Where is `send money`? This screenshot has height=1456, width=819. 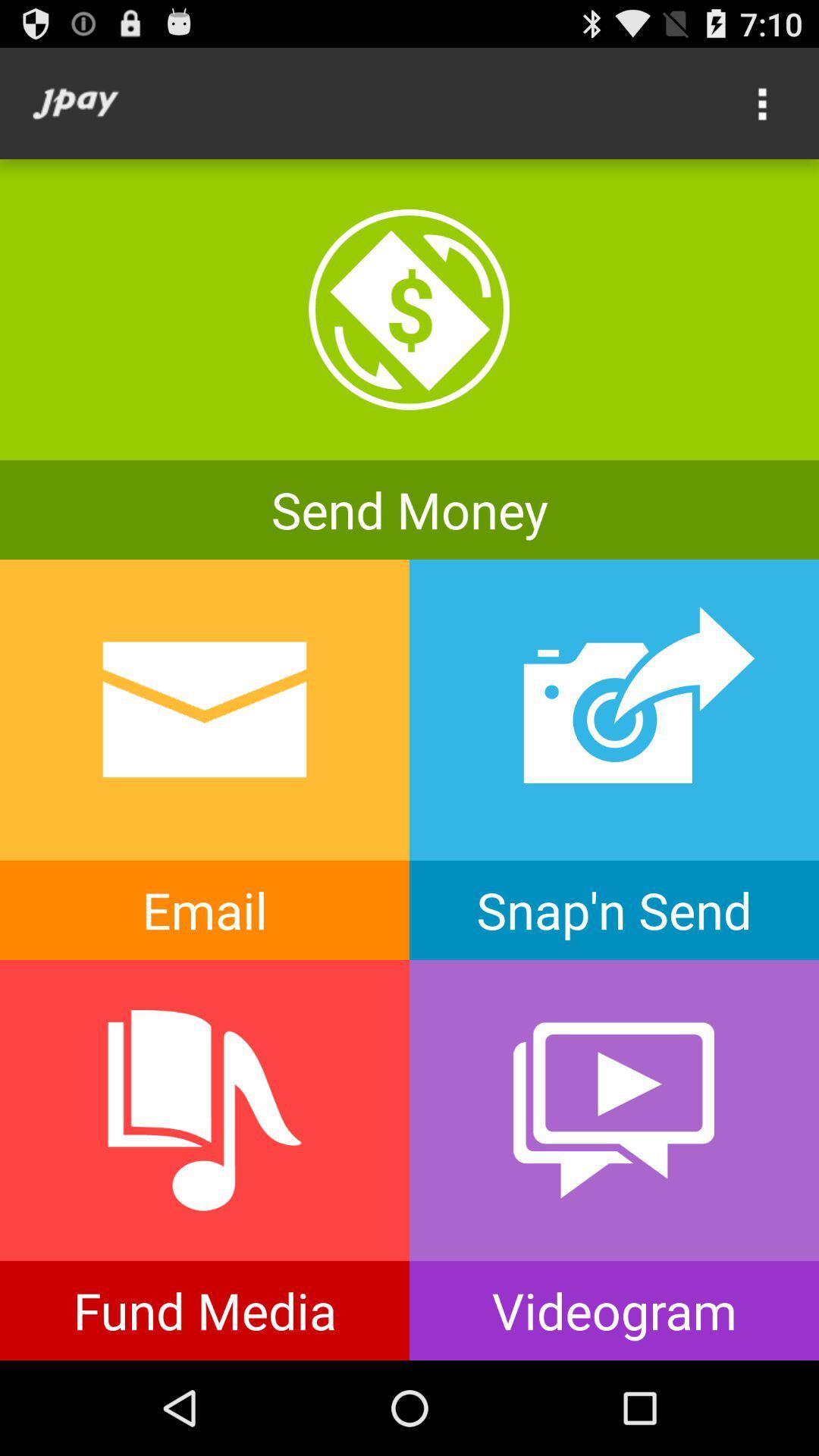
send money is located at coordinates (409, 359).